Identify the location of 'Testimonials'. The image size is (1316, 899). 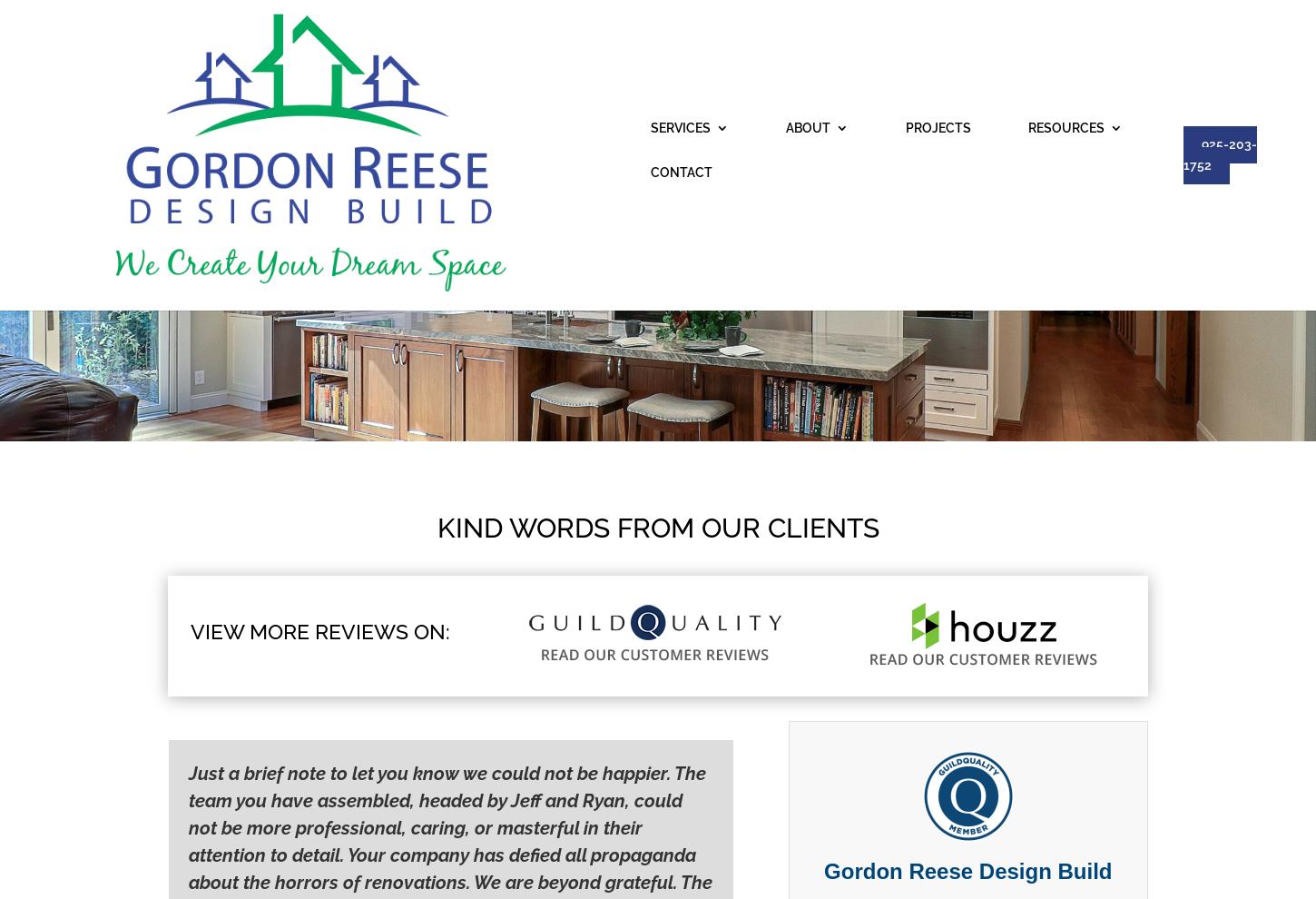
(545, 187).